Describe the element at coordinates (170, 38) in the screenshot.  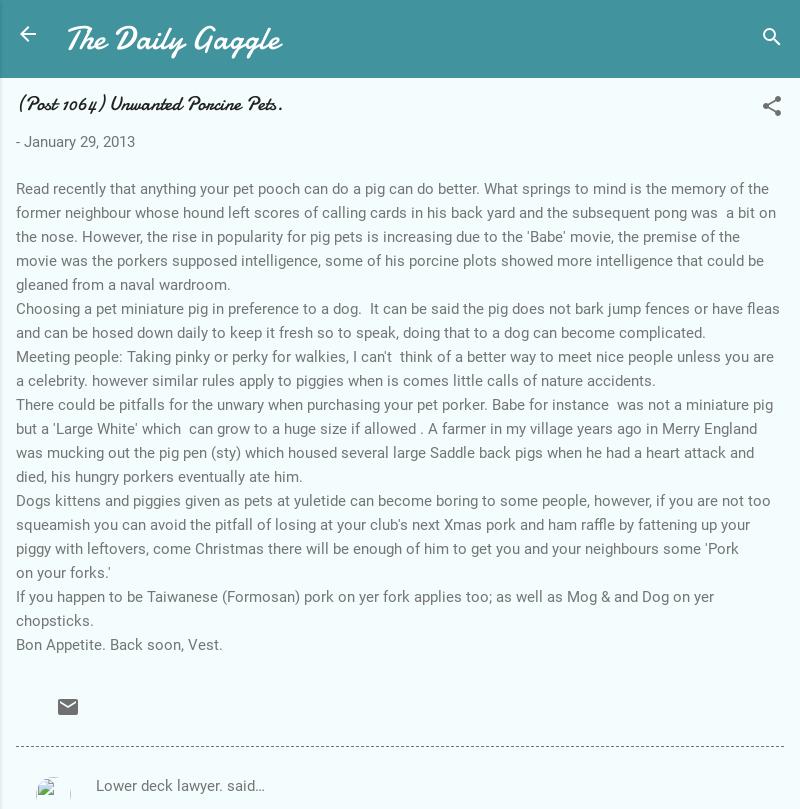
I see `'The Daily Gaggle'` at that location.